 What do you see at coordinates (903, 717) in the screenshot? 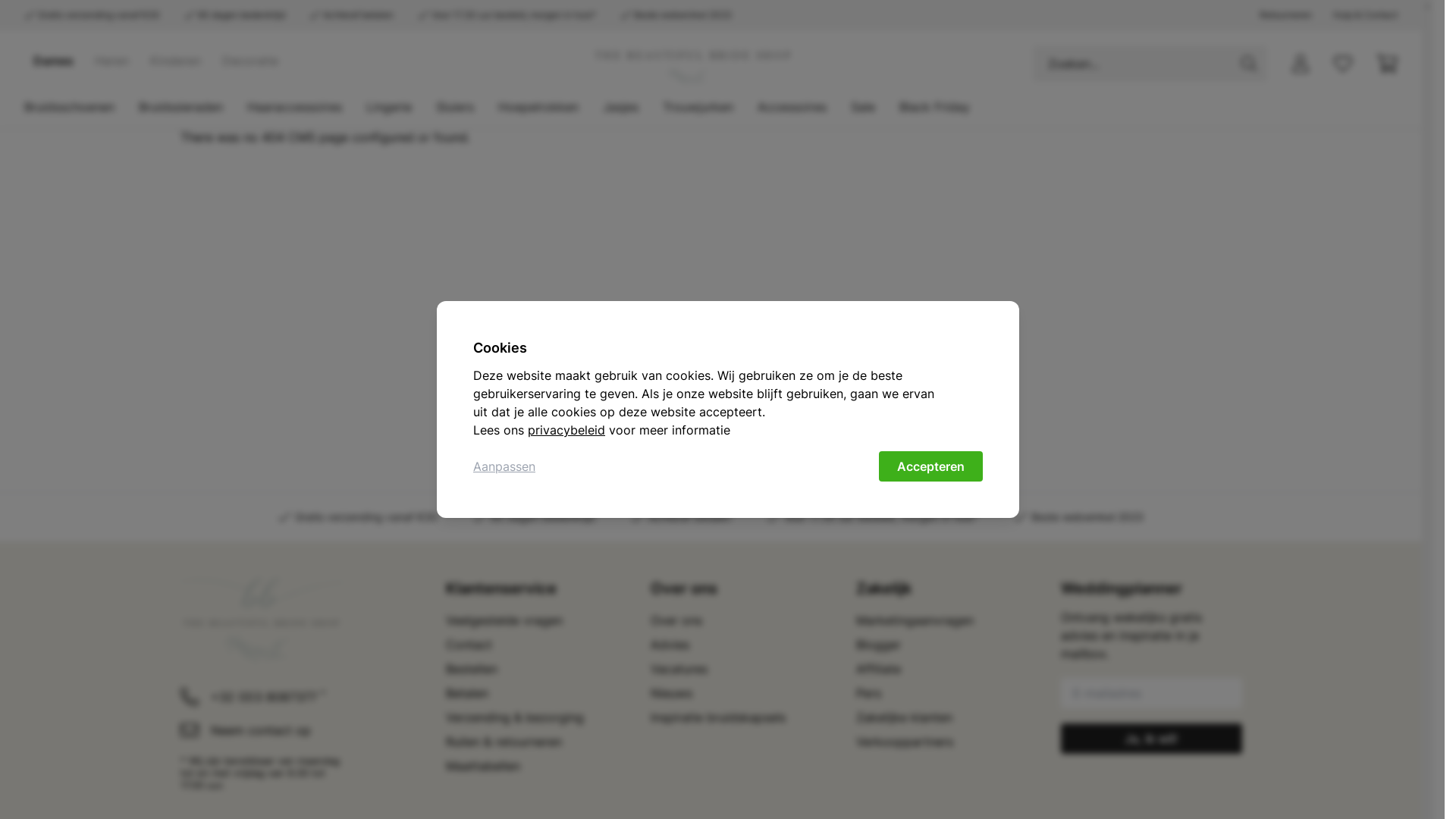
I see `'Zakelijke klanten'` at bounding box center [903, 717].